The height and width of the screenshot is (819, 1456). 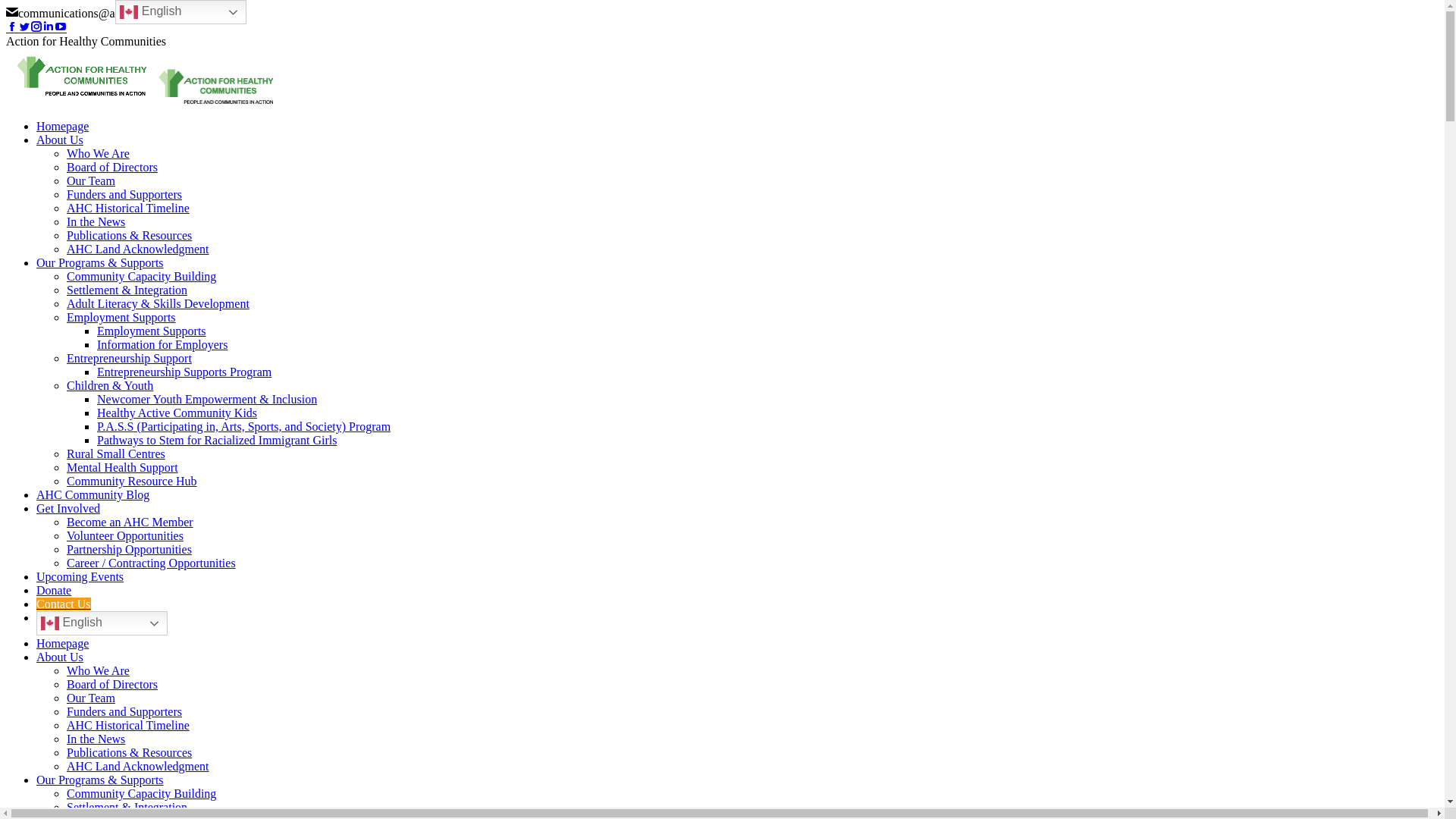 I want to click on 'In the News', so click(x=95, y=221).